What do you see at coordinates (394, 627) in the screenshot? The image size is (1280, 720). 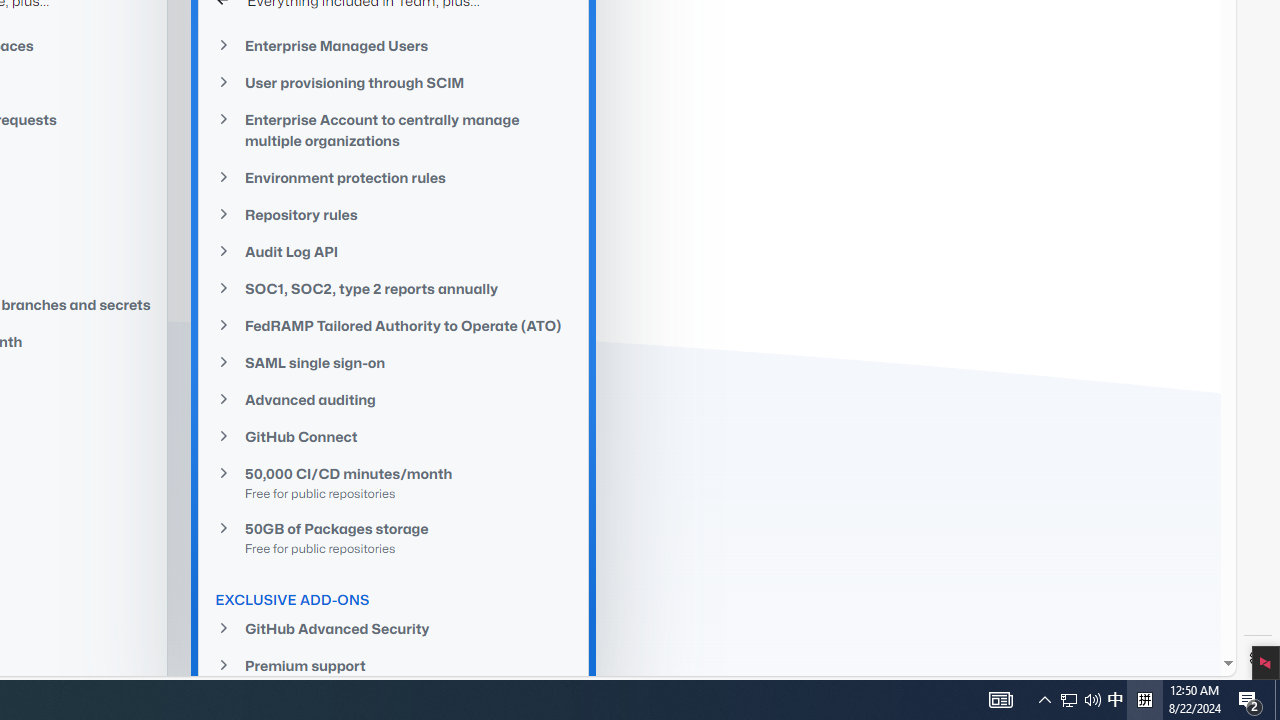 I see `'GitHub Advanced Security'` at bounding box center [394, 627].